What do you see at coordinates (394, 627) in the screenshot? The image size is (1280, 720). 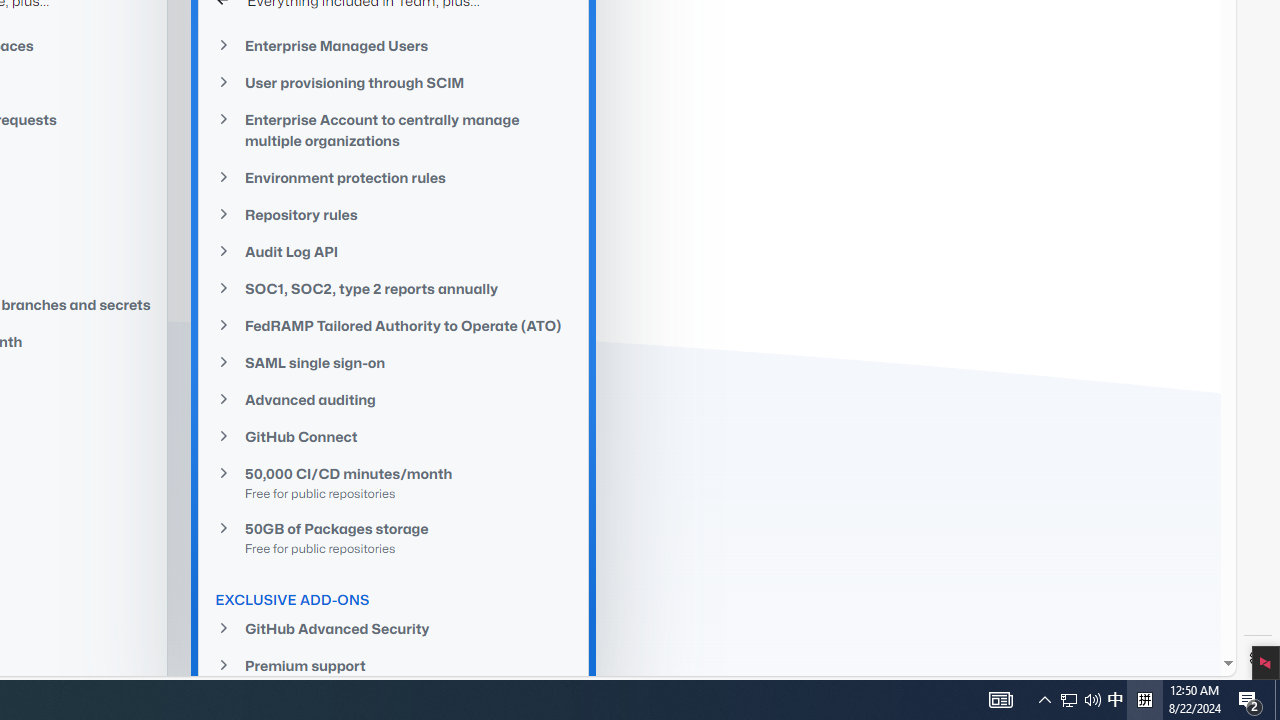 I see `'GitHub Advanced Security'` at bounding box center [394, 627].